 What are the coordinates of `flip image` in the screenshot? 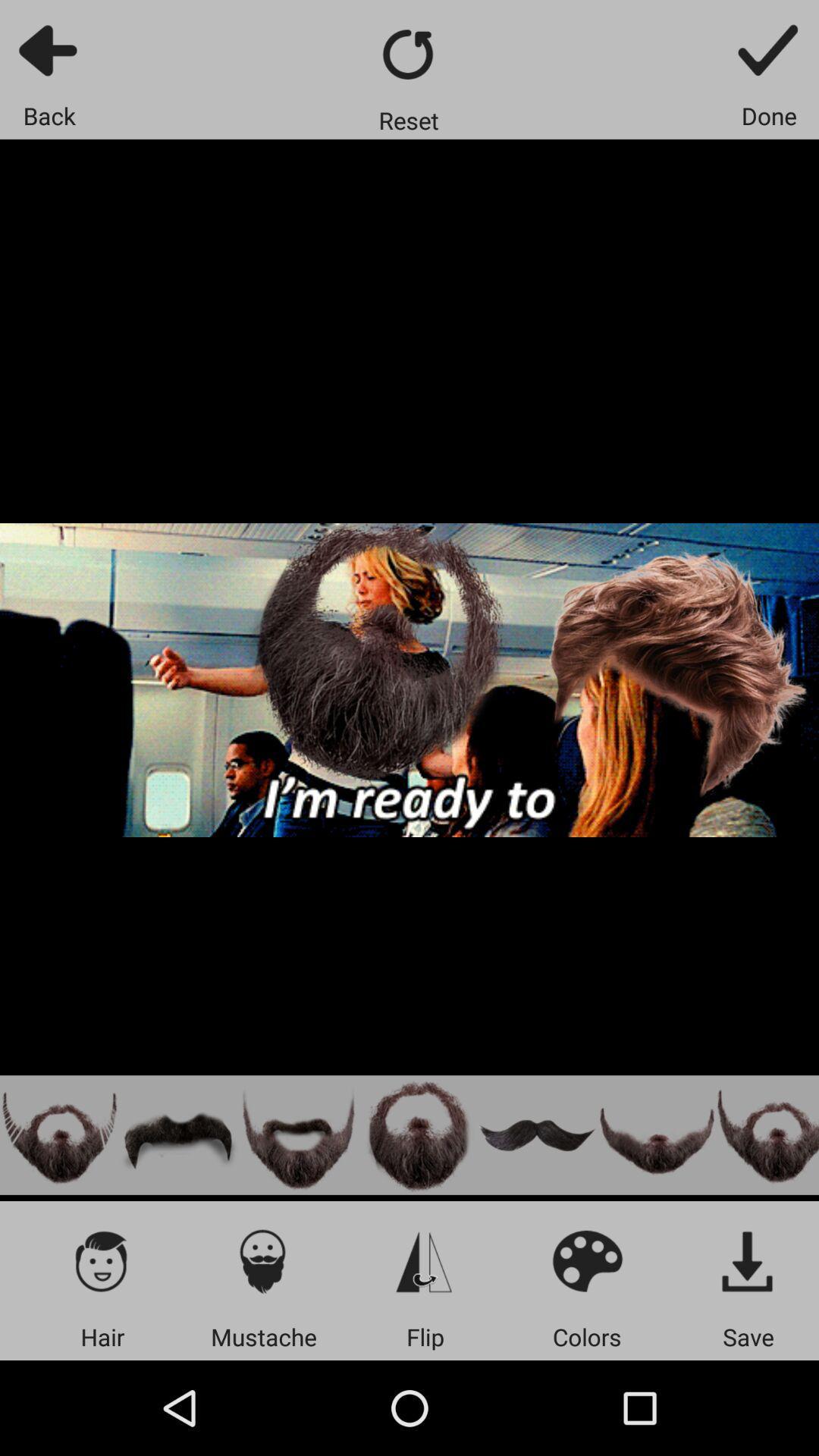 It's located at (425, 1260).